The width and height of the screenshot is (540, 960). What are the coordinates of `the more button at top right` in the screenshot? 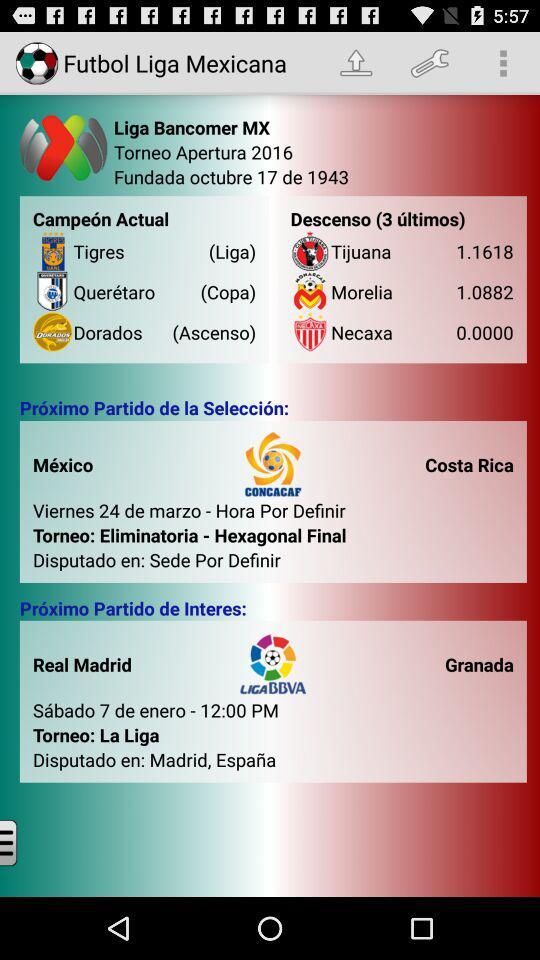 It's located at (502, 63).